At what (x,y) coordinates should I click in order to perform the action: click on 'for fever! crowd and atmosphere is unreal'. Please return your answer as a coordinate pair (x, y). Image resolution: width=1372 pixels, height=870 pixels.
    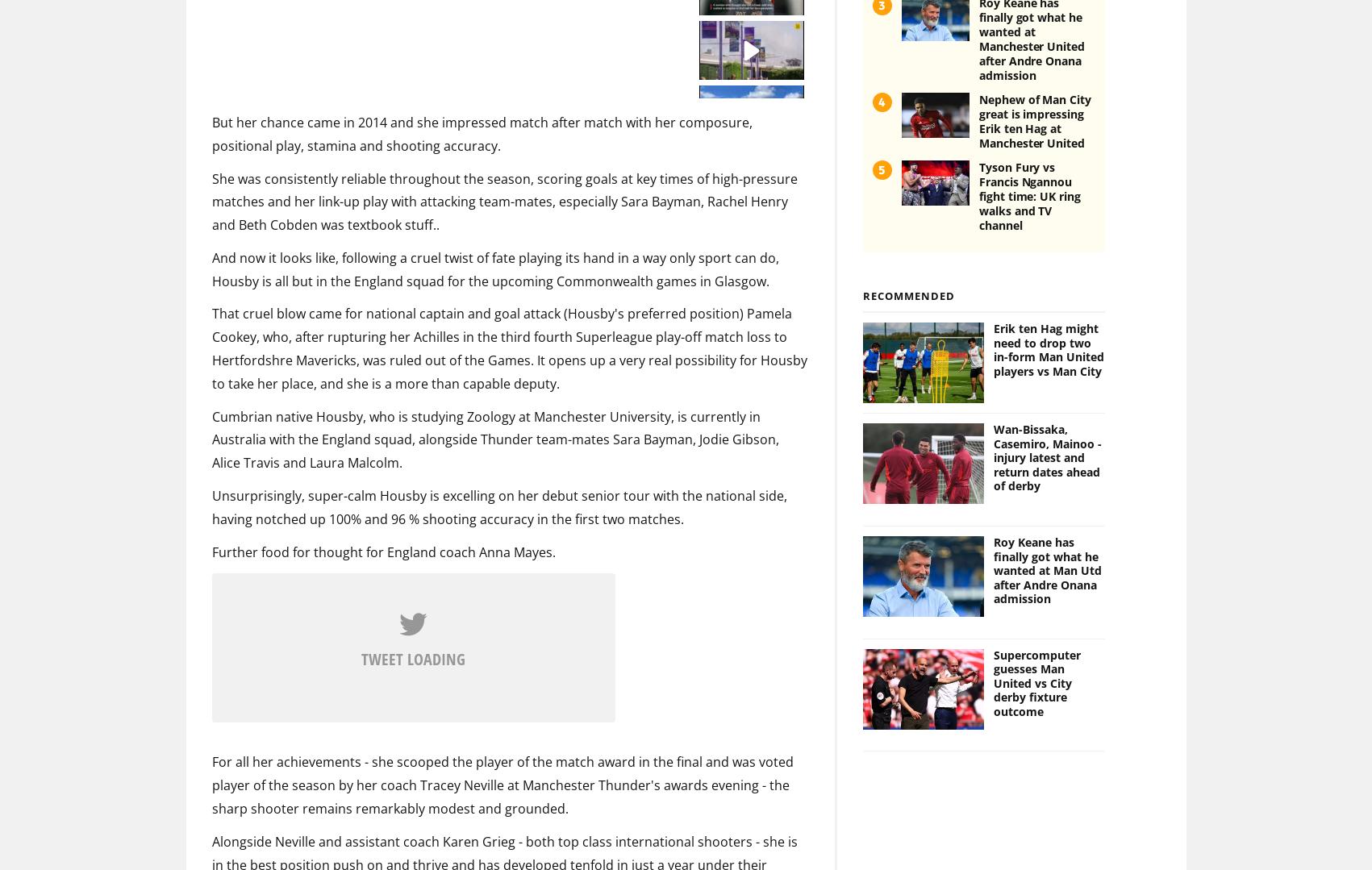
    Looking at the image, I should click on (394, 569).